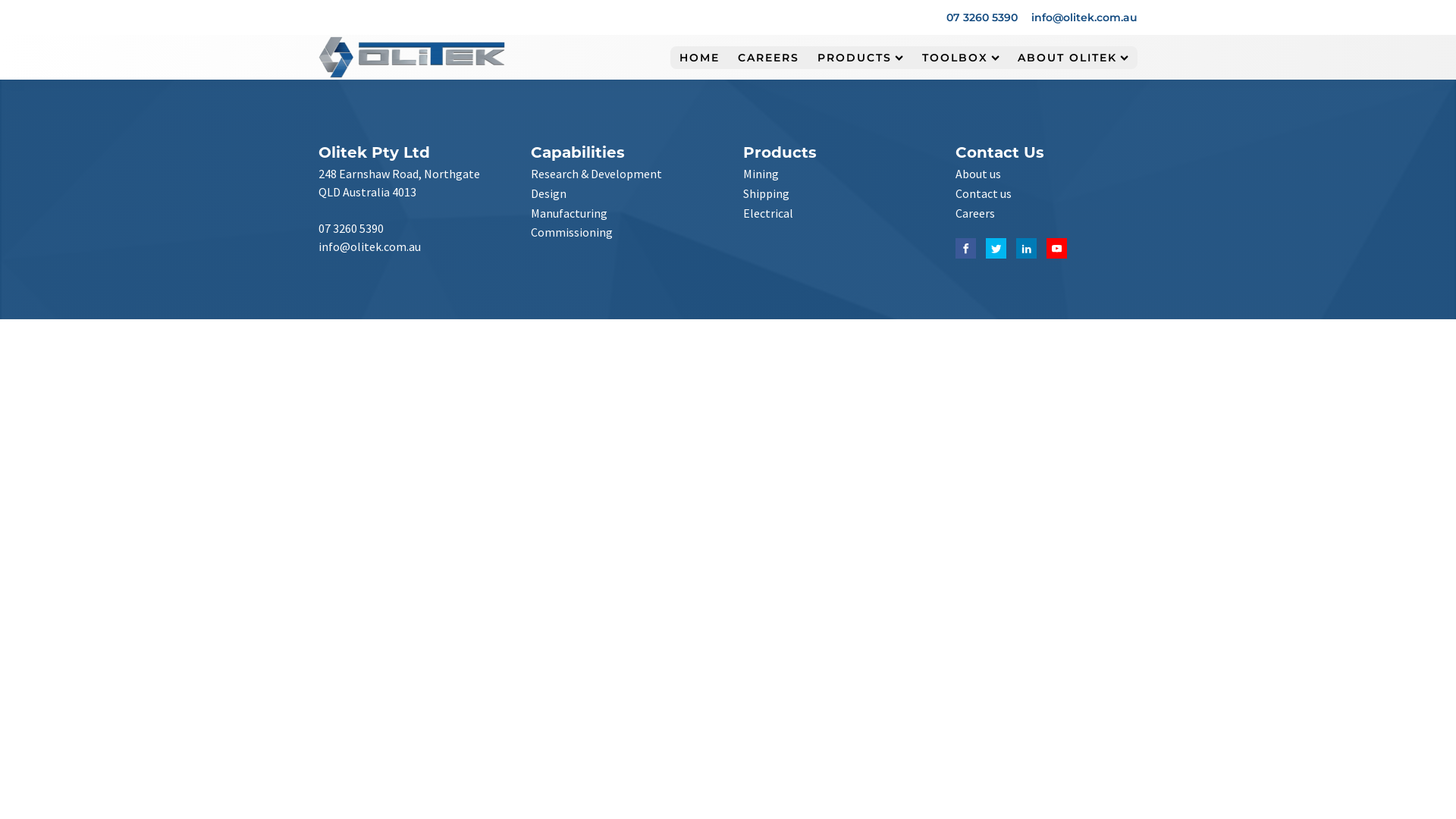 The image size is (1456, 819). I want to click on 'Commissioning', so click(570, 233).